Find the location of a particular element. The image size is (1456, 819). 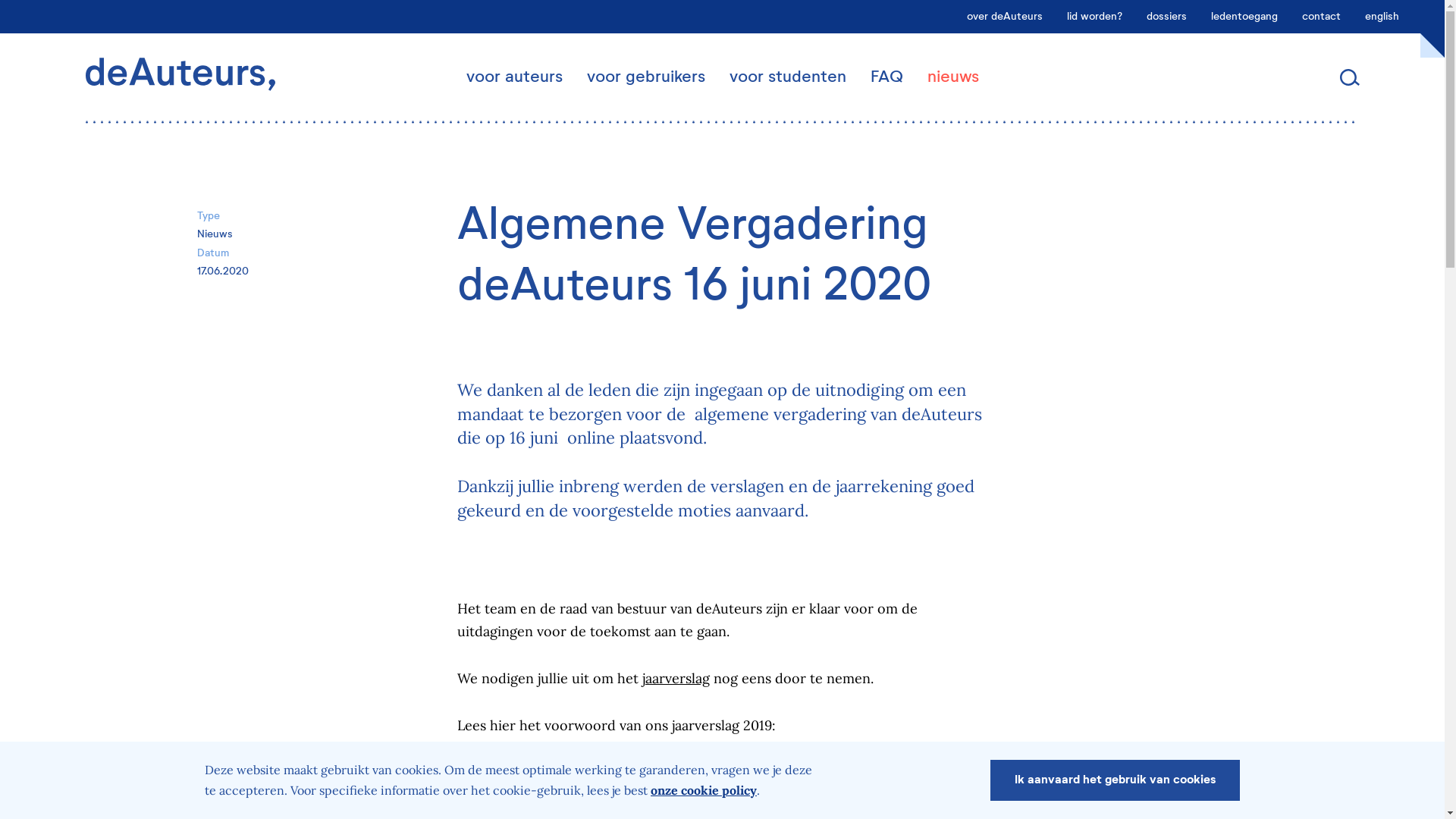

'FAQ' is located at coordinates (858, 77).